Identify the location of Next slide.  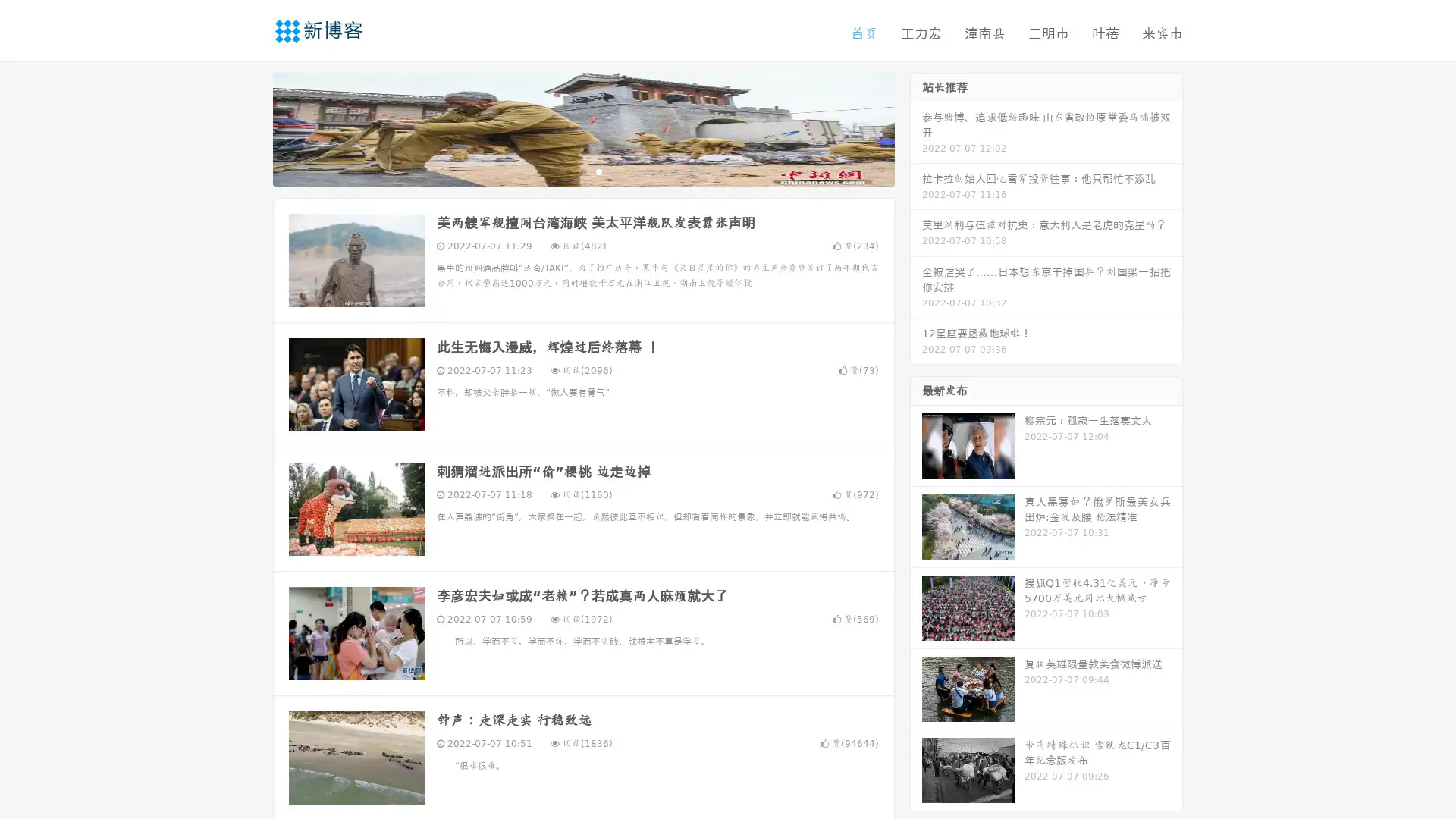
(916, 127).